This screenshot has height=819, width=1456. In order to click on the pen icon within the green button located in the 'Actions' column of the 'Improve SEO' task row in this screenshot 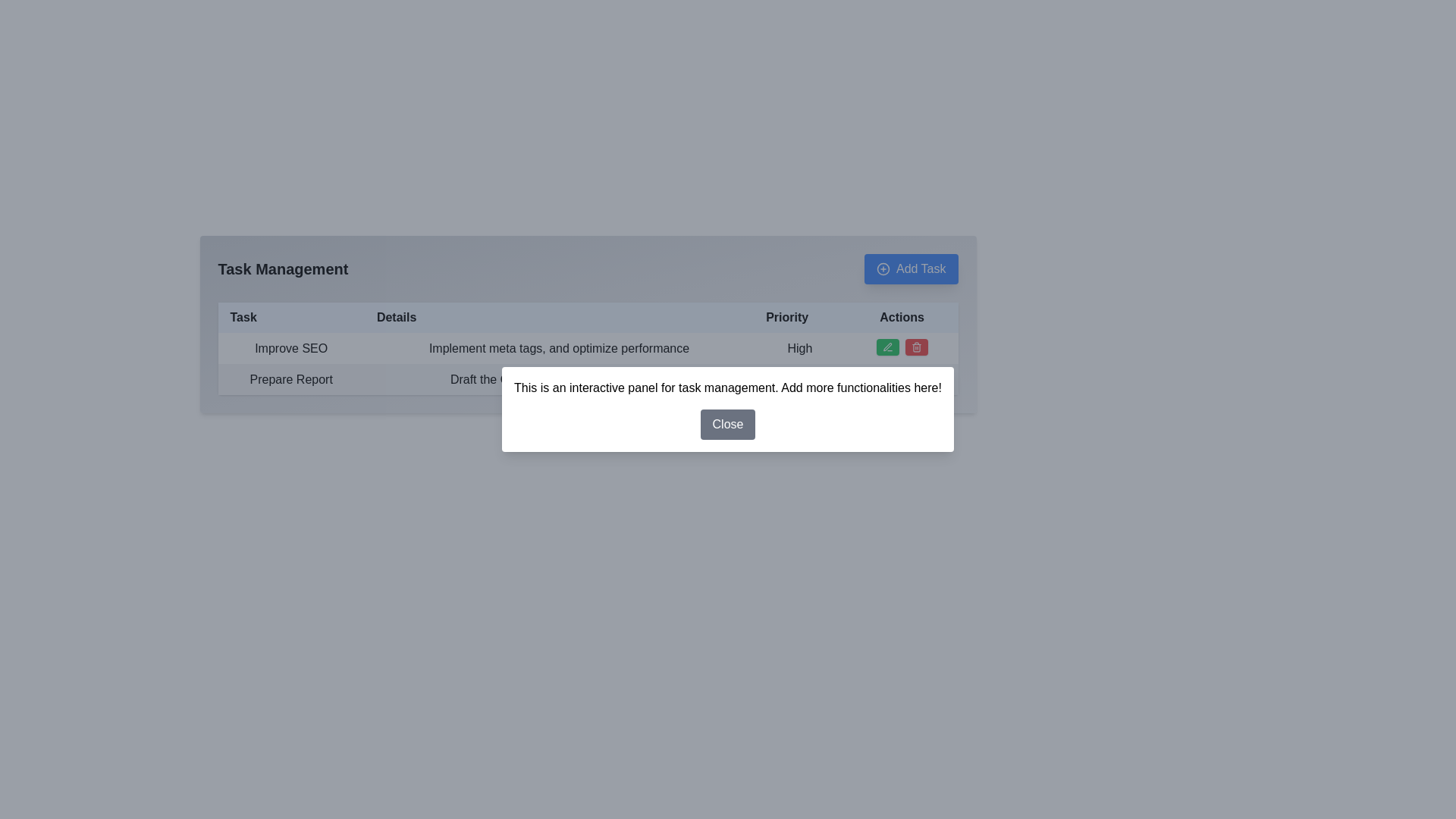, I will do `click(887, 347)`.